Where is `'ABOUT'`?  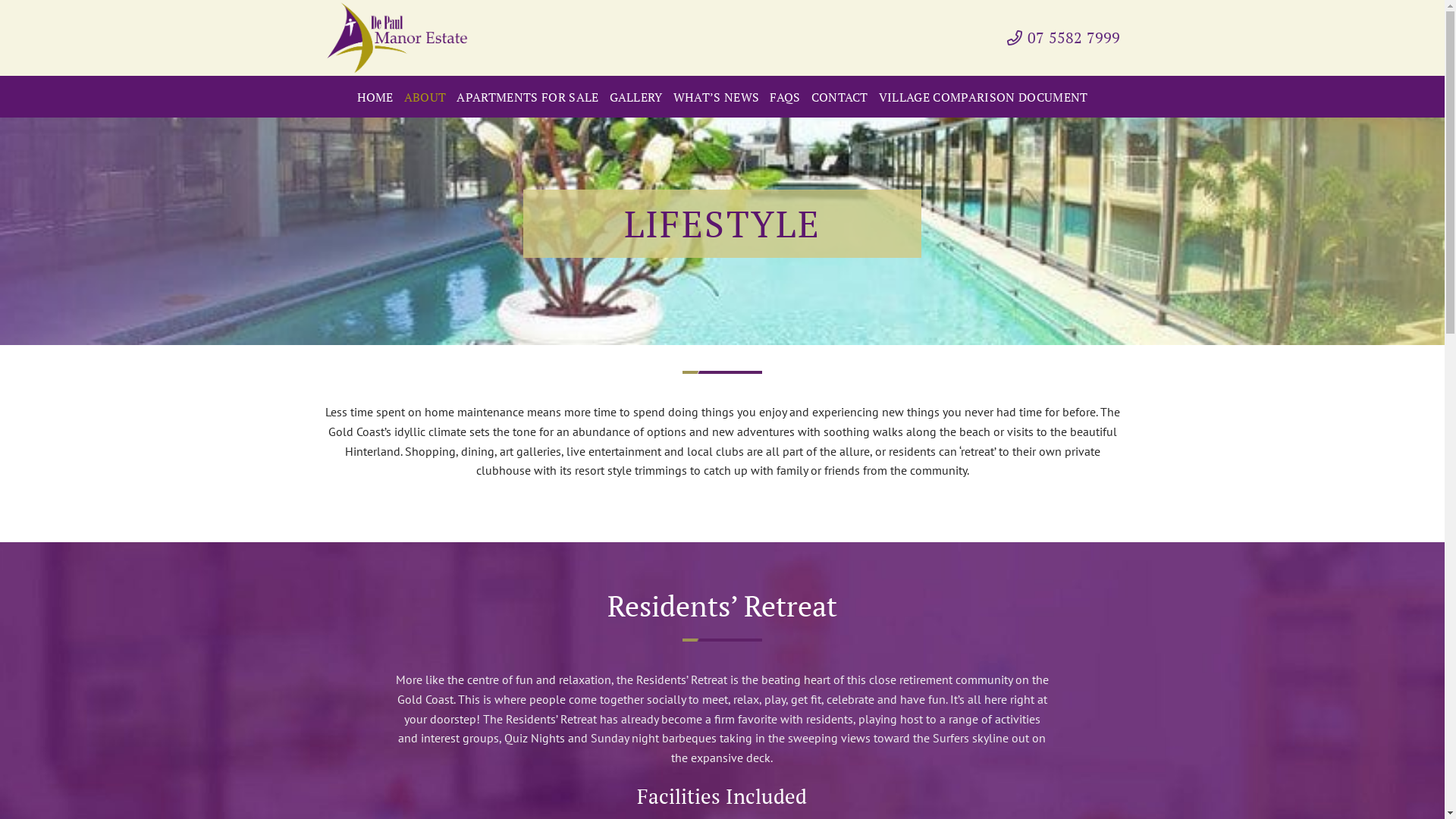
'ABOUT' is located at coordinates (425, 96).